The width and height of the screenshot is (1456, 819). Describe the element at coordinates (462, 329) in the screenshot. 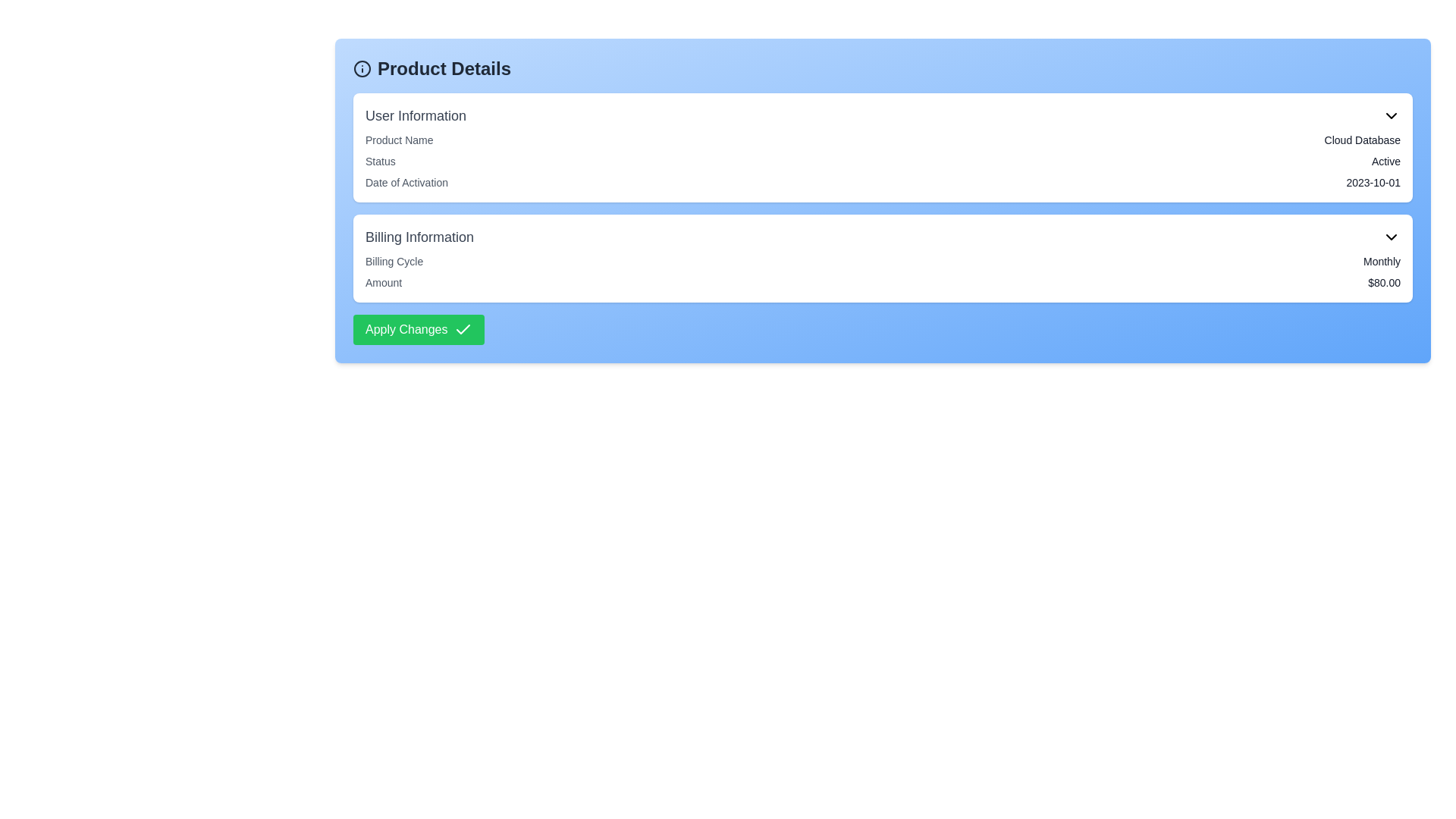

I see `the checkmark icon located at the right edge of the 'Apply Changes' button` at that location.